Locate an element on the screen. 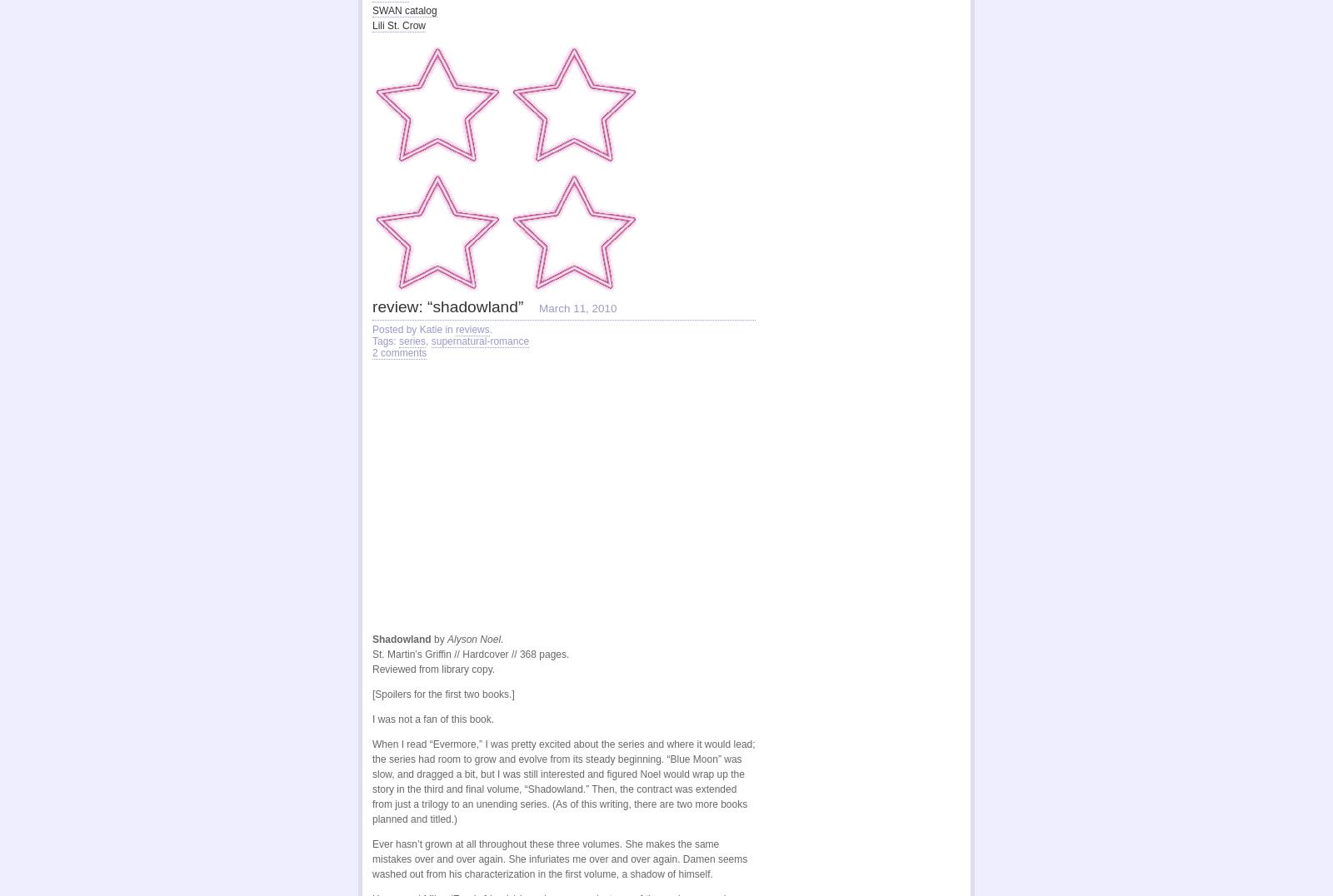  'review: “shadowland”' is located at coordinates (372, 306).